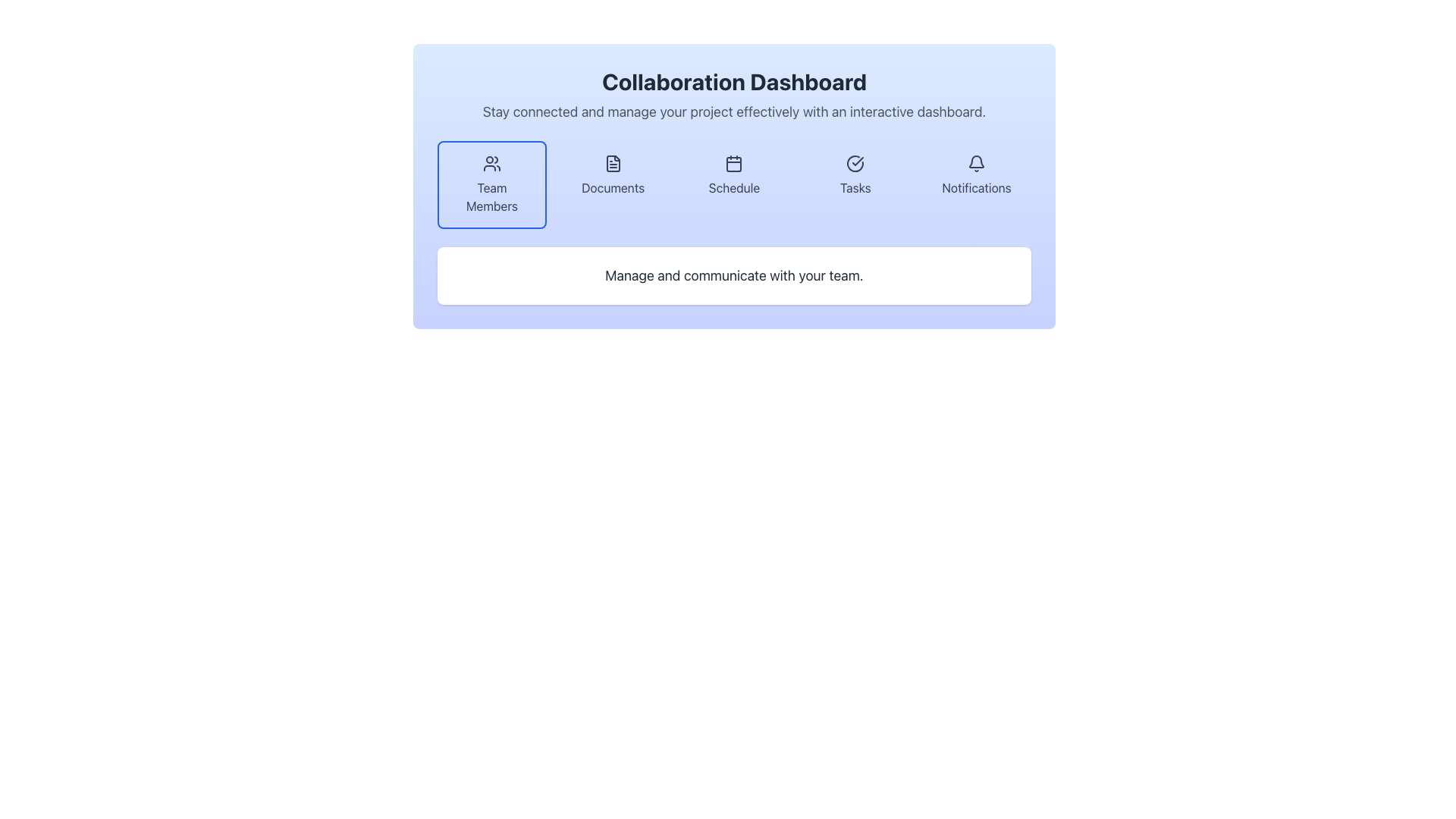  I want to click on the first button in the horizontal navigation grid, so click(491, 184).